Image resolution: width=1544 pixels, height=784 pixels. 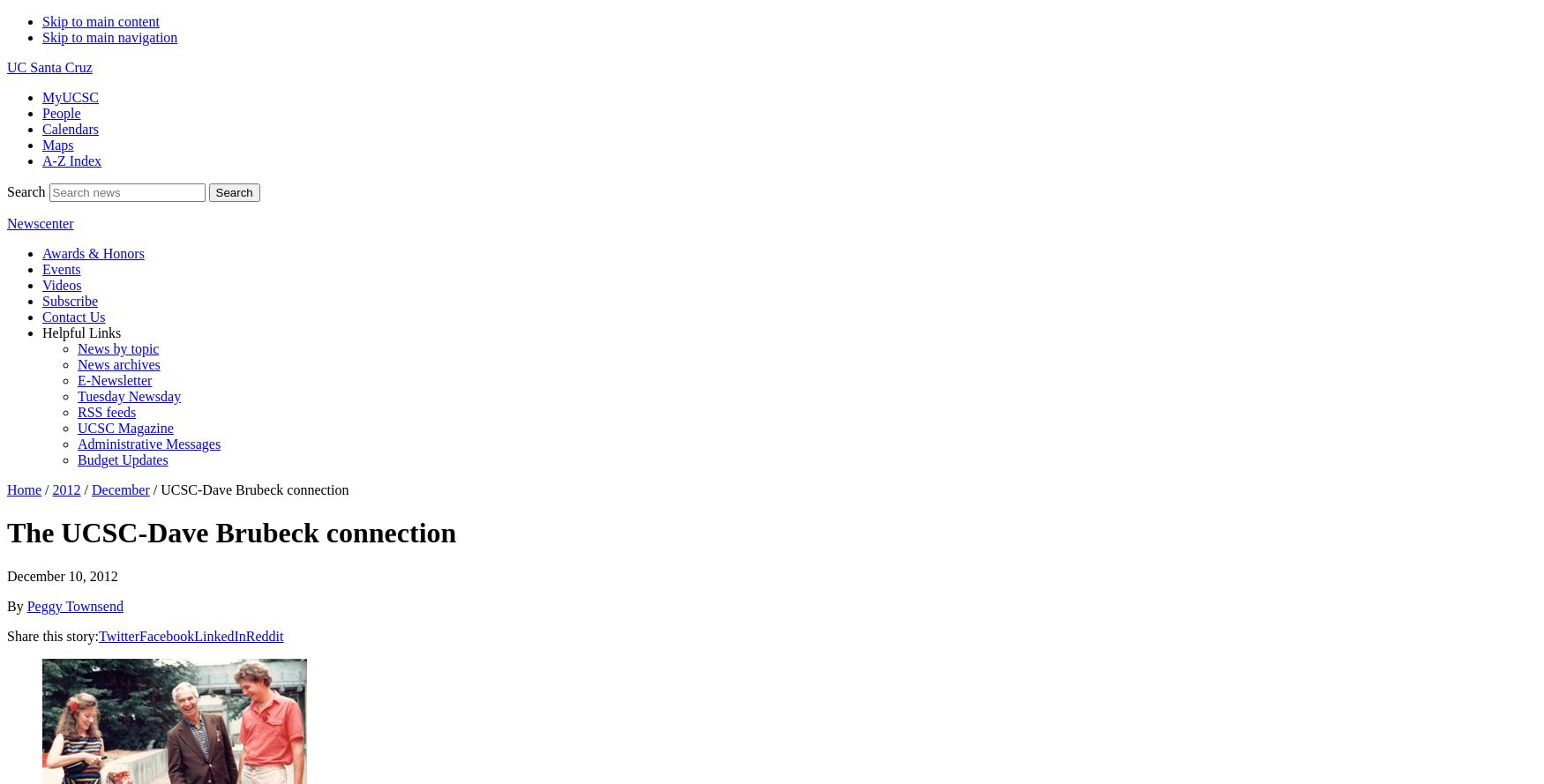 What do you see at coordinates (52, 634) in the screenshot?
I see `'Share this story:'` at bounding box center [52, 634].